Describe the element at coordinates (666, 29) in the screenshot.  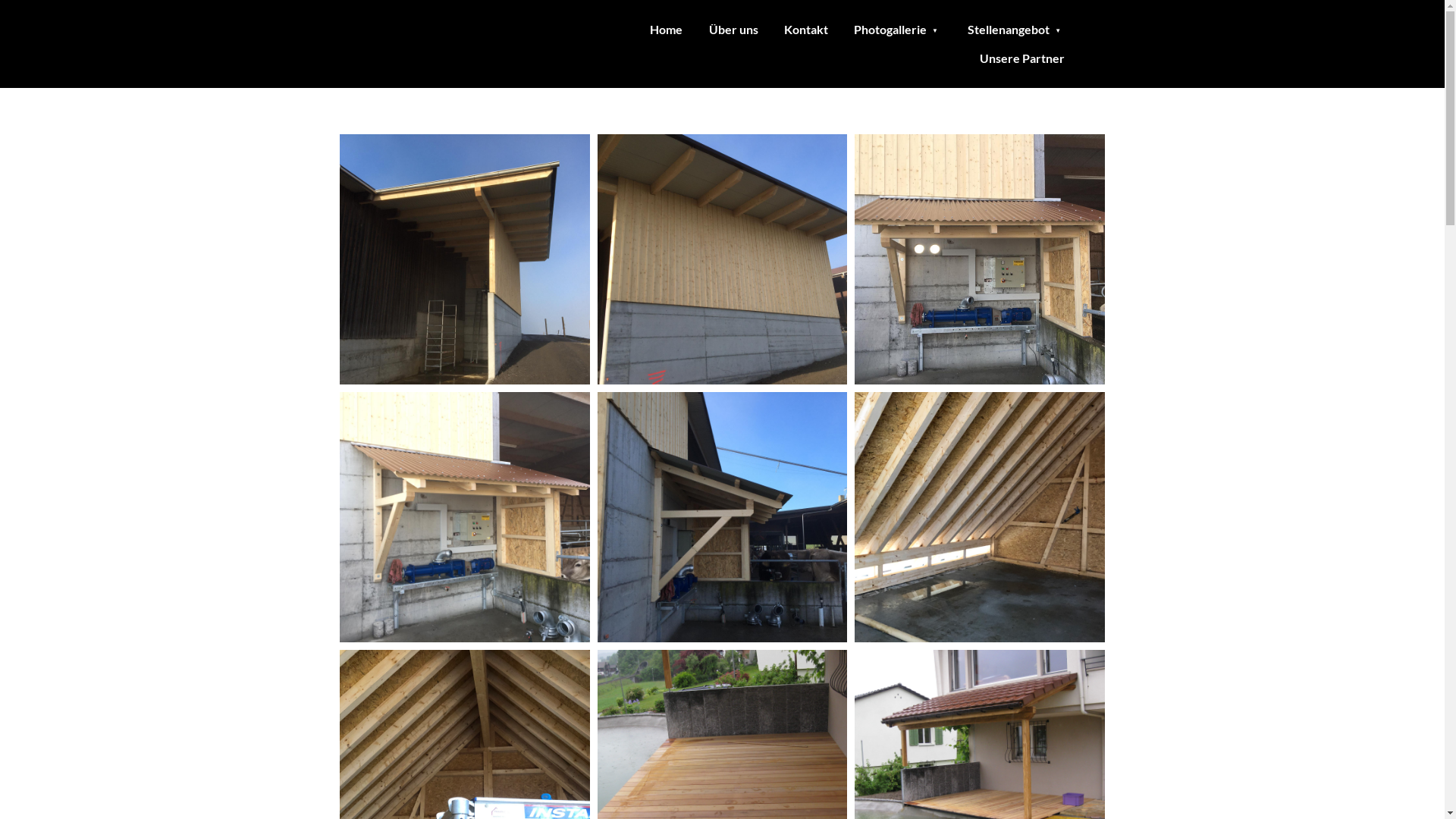
I see `'Home'` at that location.